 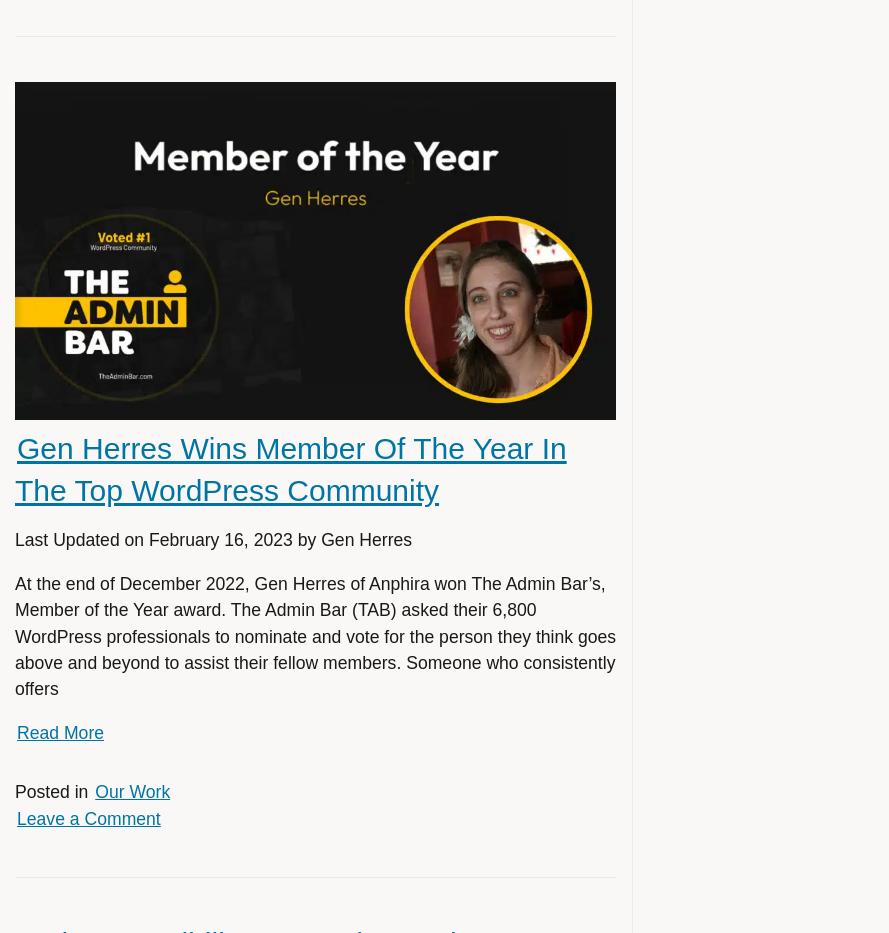 What do you see at coordinates (290, 468) in the screenshot?
I see `'Gen Herres wins Member of the Year in the top WordPress community'` at bounding box center [290, 468].